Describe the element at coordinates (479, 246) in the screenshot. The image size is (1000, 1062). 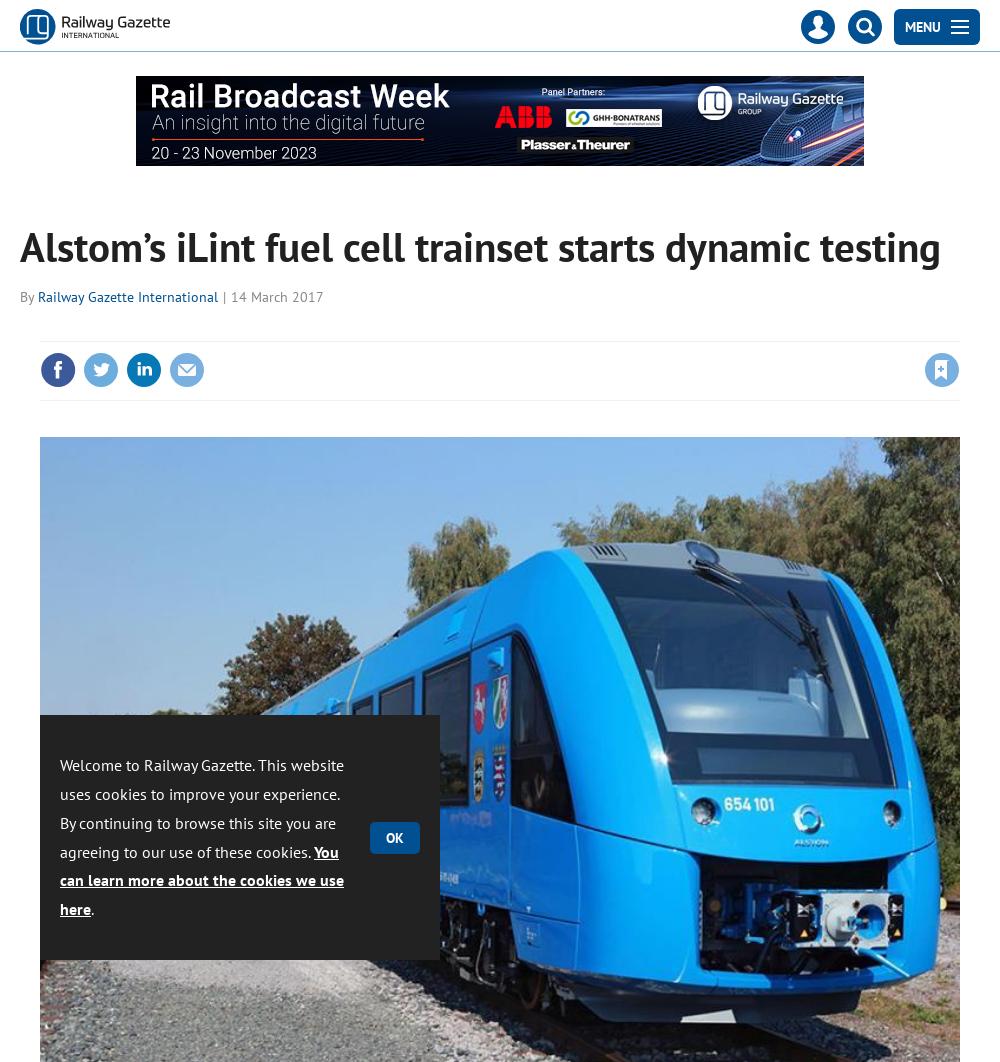
I see `'Alstom’s iLint fuel cell trainset starts dynamic testing'` at that location.